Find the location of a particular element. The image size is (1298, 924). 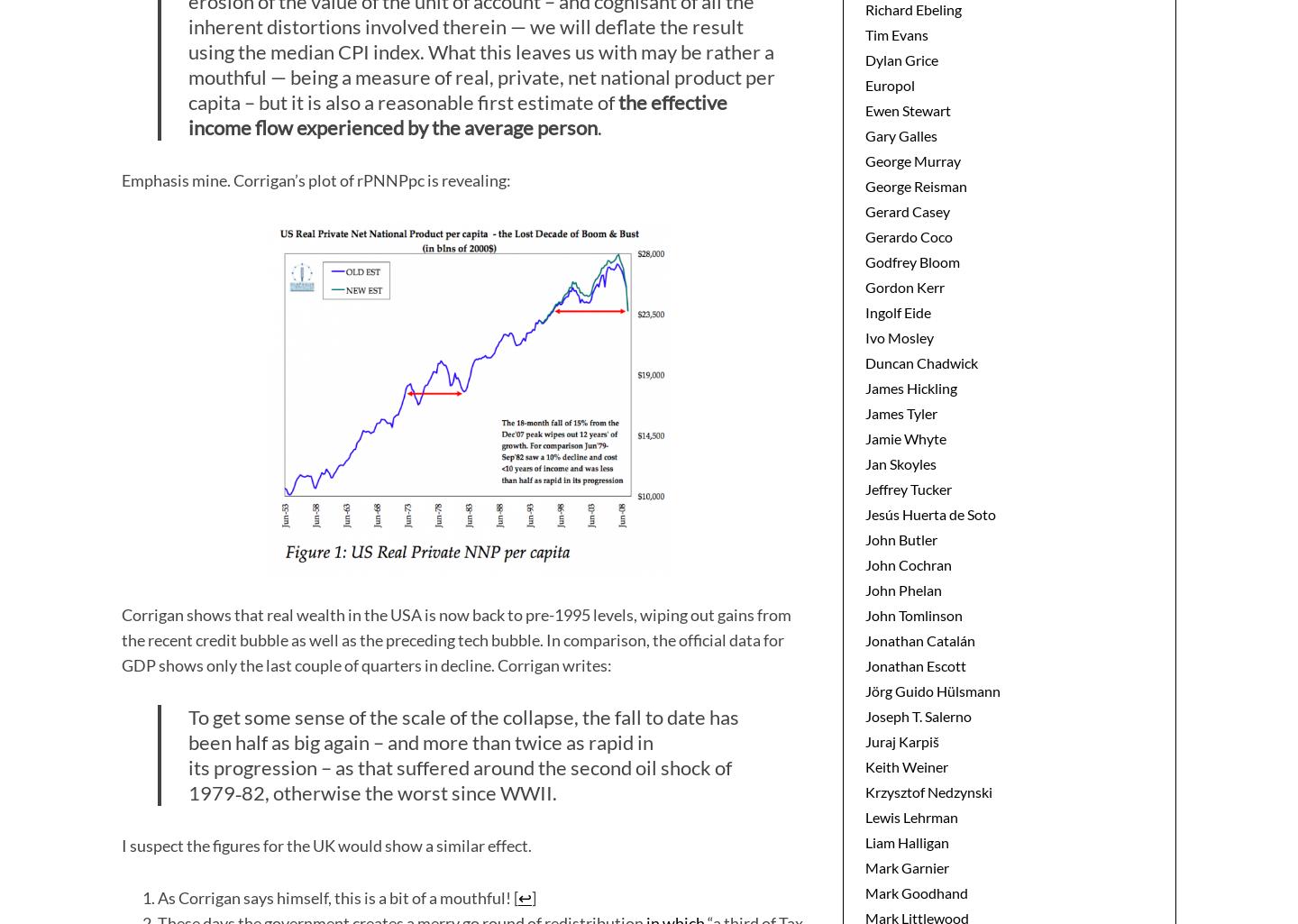

'Gerardo Coco' is located at coordinates (908, 234).